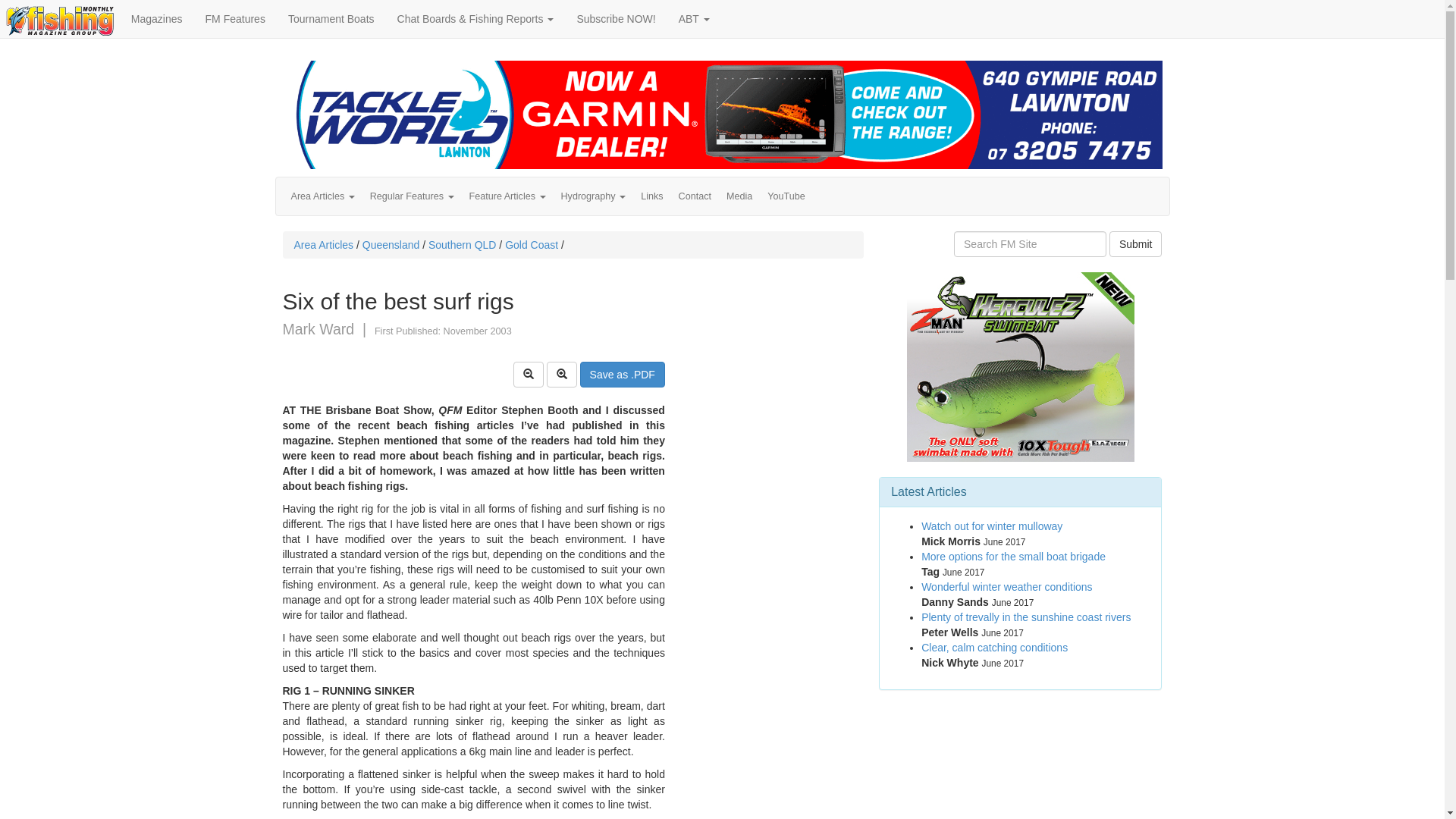  I want to click on 'Tournament Boats', so click(330, 18).